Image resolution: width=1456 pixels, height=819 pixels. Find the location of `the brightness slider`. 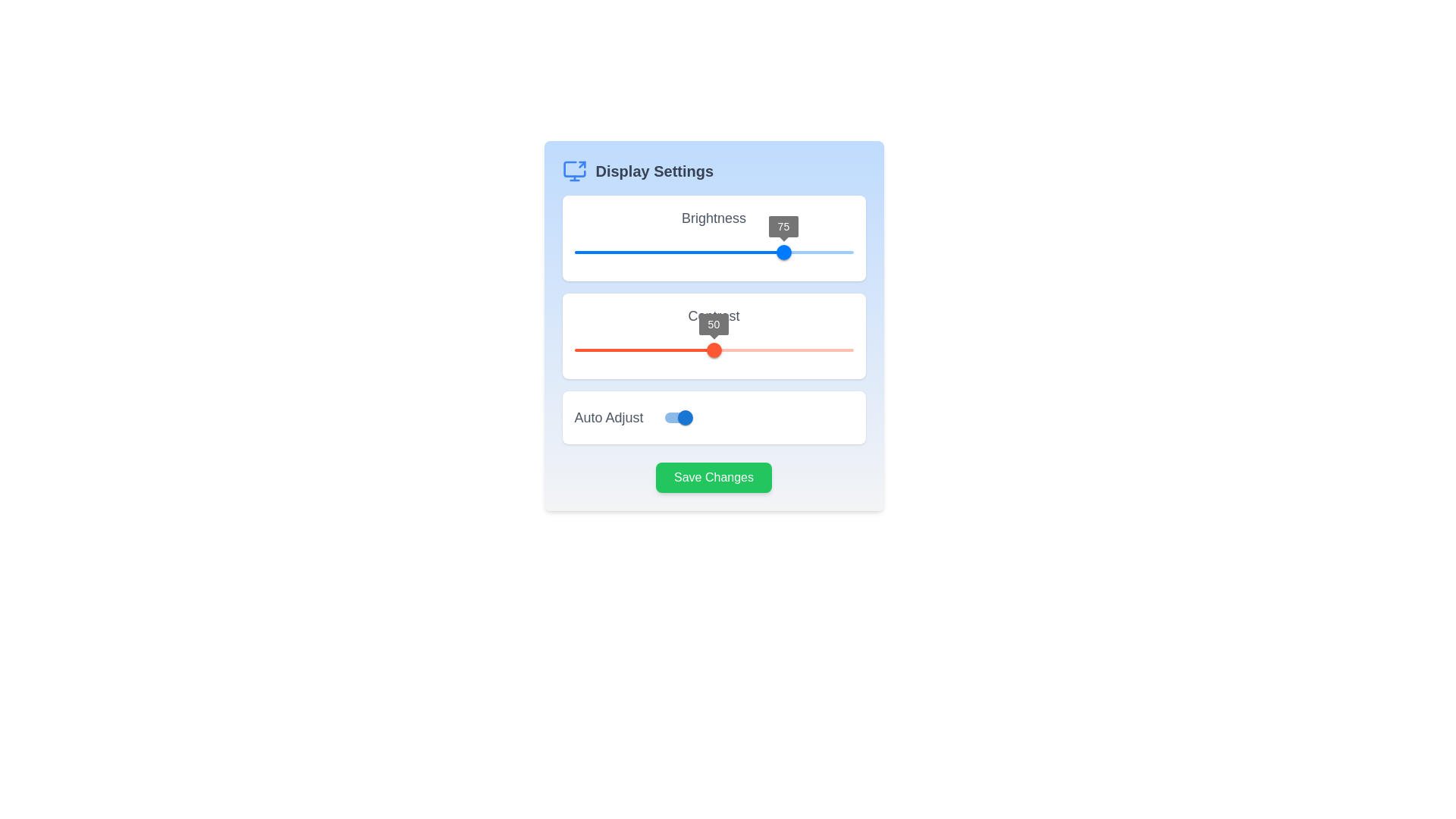

the brightness slider is located at coordinates (652, 251).